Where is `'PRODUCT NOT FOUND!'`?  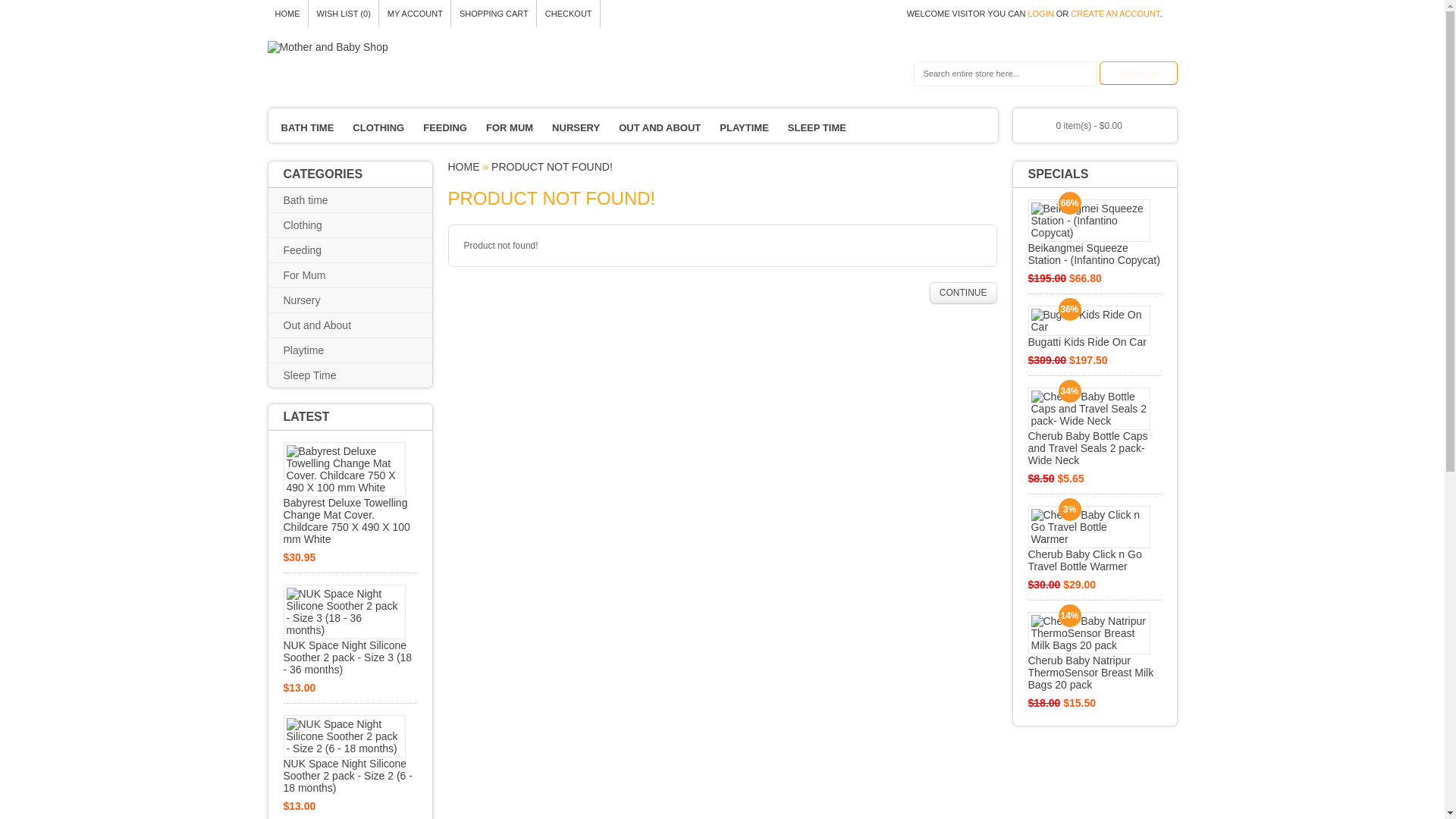
'PRODUCT NOT FOUND!' is located at coordinates (551, 166).